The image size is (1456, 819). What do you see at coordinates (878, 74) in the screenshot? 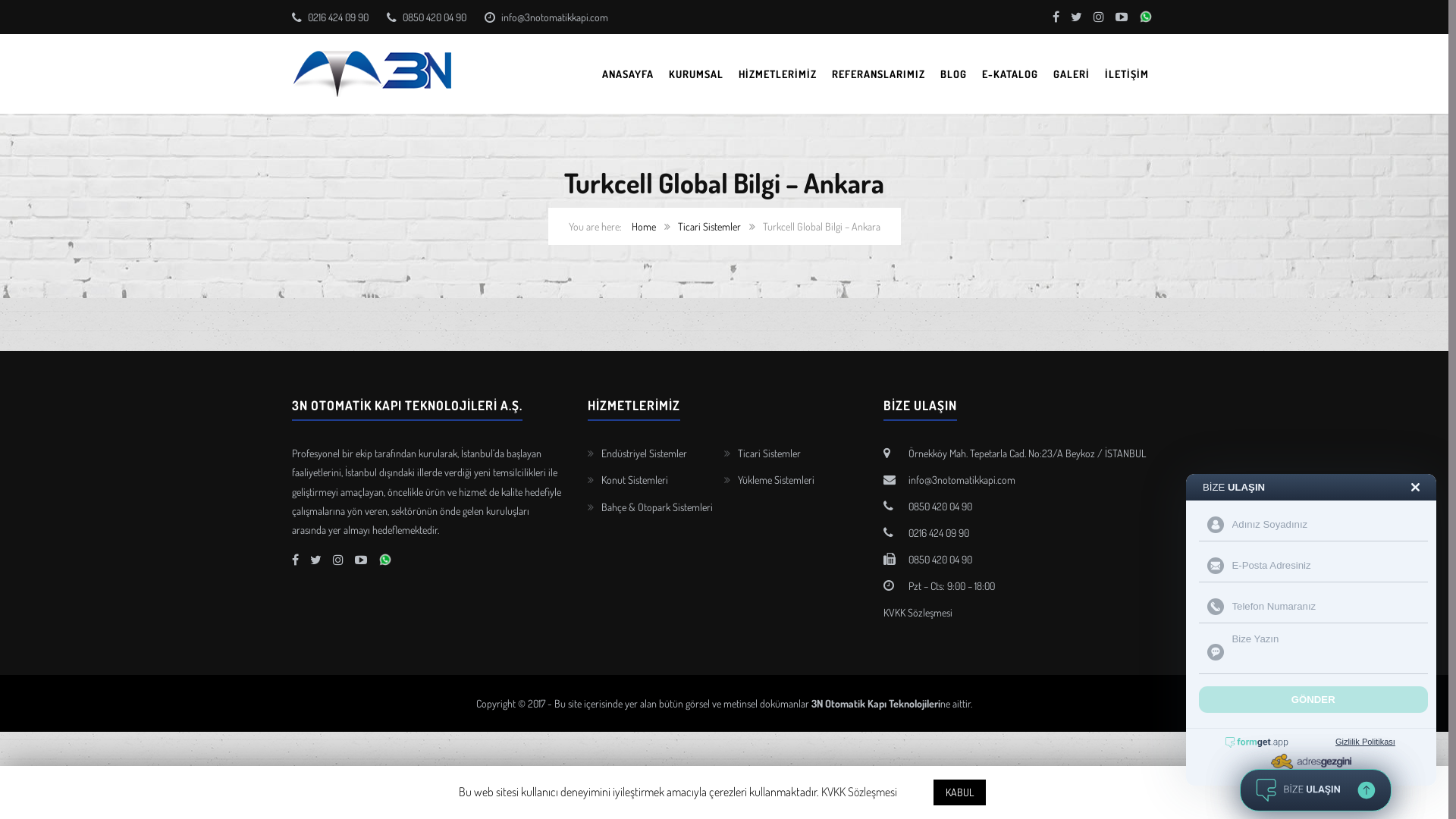
I see `'REFERANSLARIMIZ'` at bounding box center [878, 74].